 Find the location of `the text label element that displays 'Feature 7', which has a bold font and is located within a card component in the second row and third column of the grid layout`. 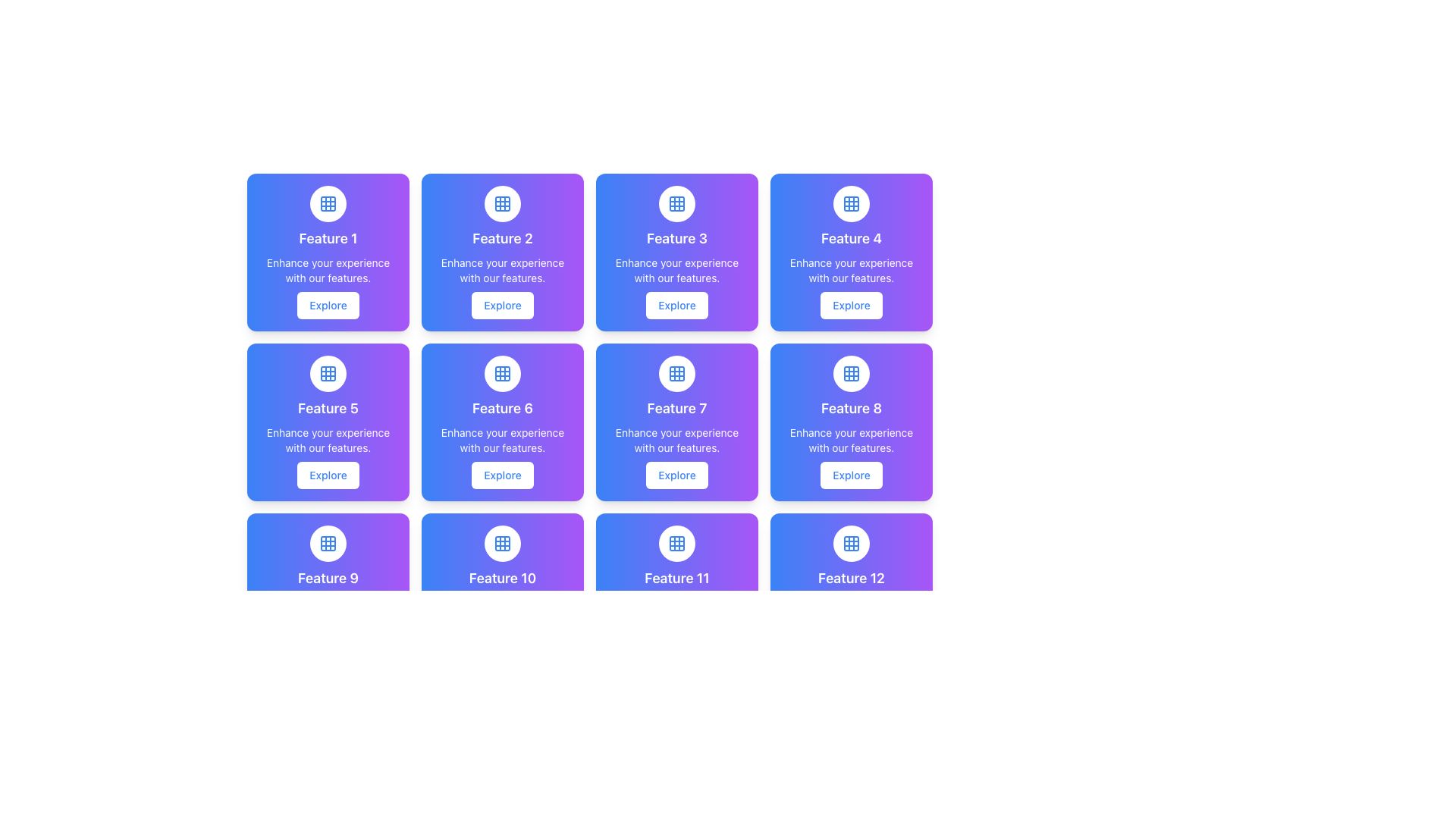

the text label element that displays 'Feature 7', which has a bold font and is located within a card component in the second row and third column of the grid layout is located at coordinates (676, 408).